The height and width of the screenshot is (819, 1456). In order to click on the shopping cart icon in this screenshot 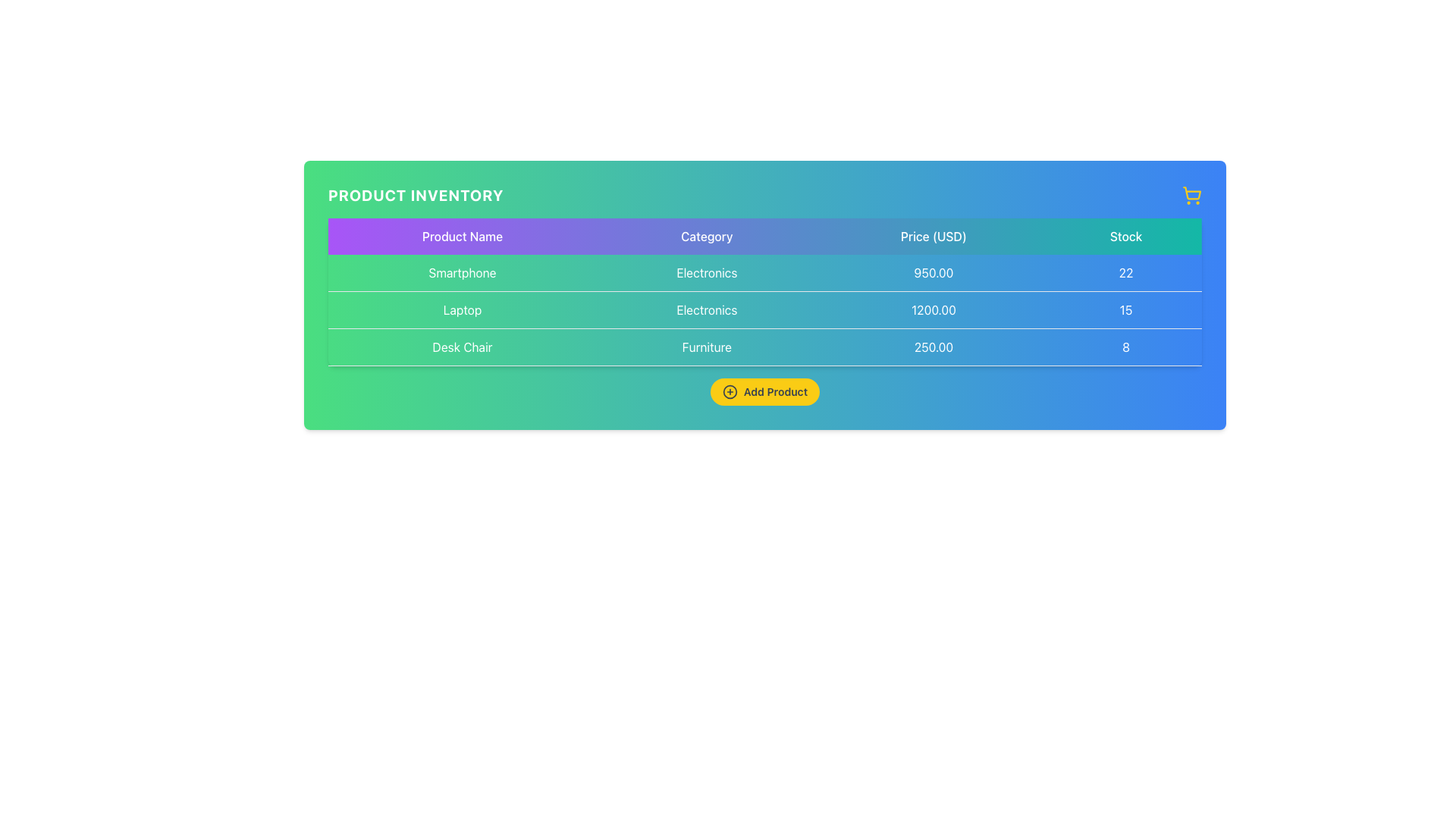, I will do `click(1191, 195)`.